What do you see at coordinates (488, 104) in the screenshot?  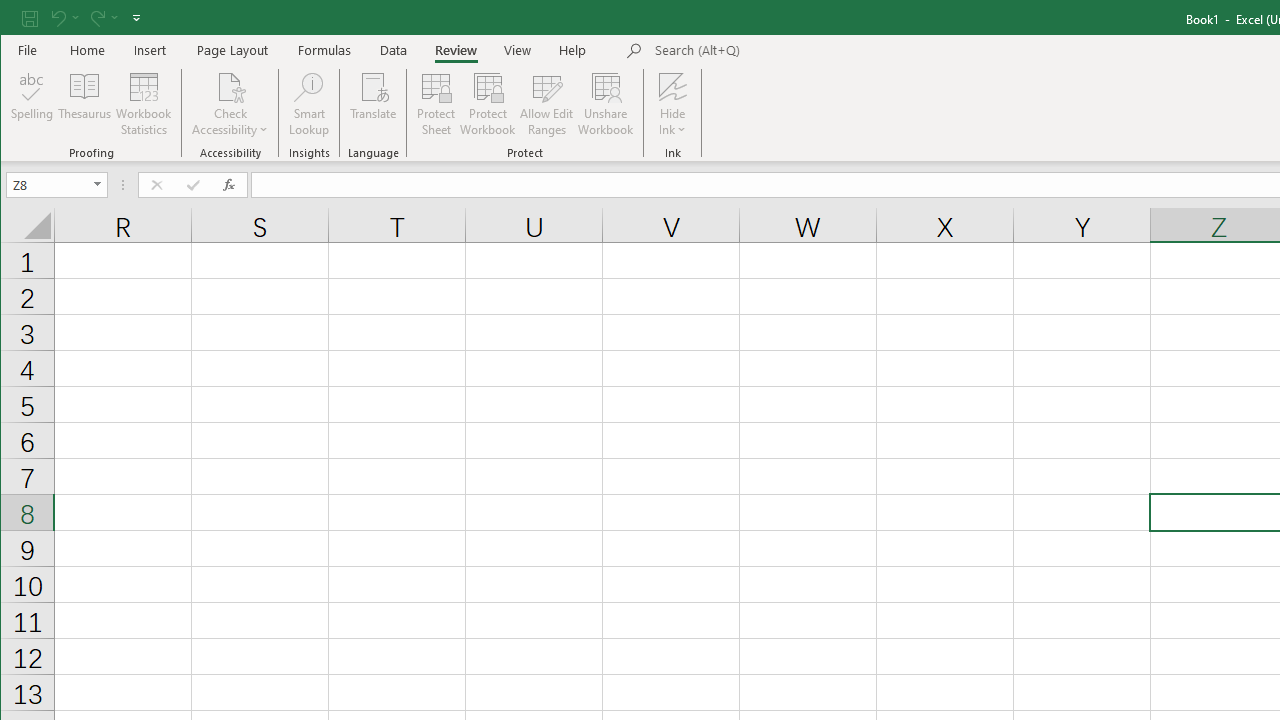 I see `'Protect Workbook...'` at bounding box center [488, 104].